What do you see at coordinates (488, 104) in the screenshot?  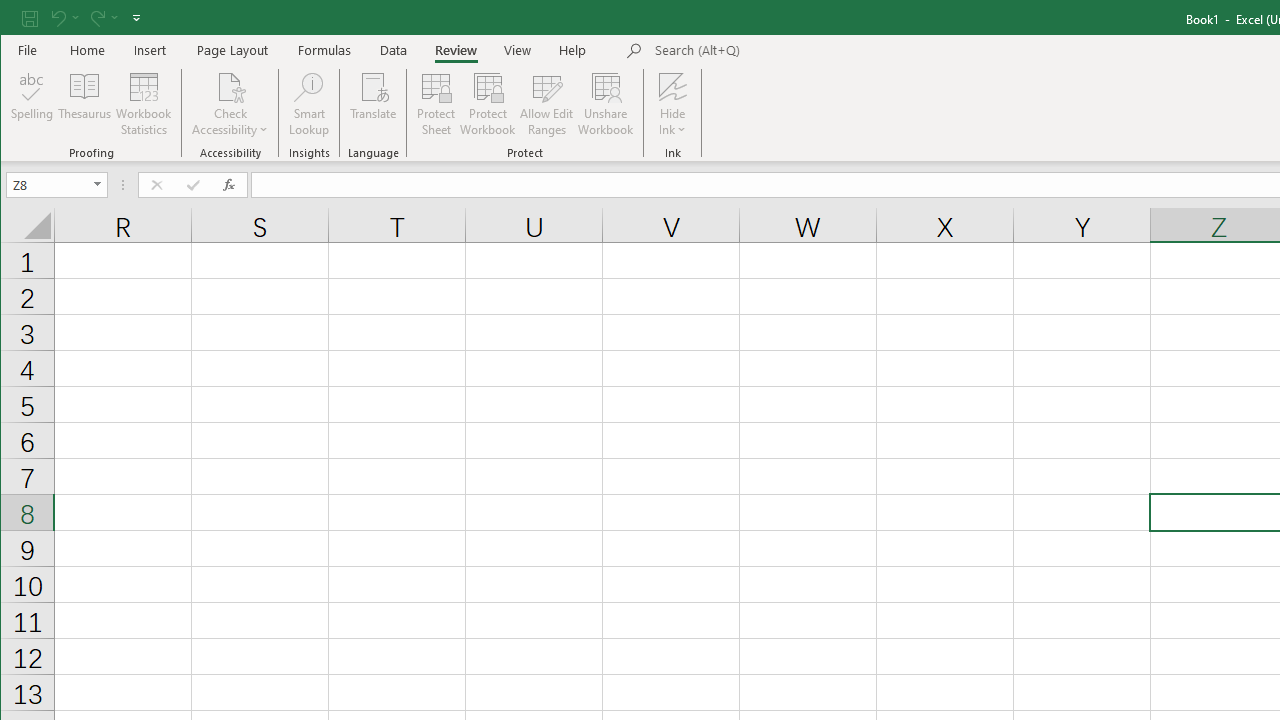 I see `'Protect Workbook...'` at bounding box center [488, 104].